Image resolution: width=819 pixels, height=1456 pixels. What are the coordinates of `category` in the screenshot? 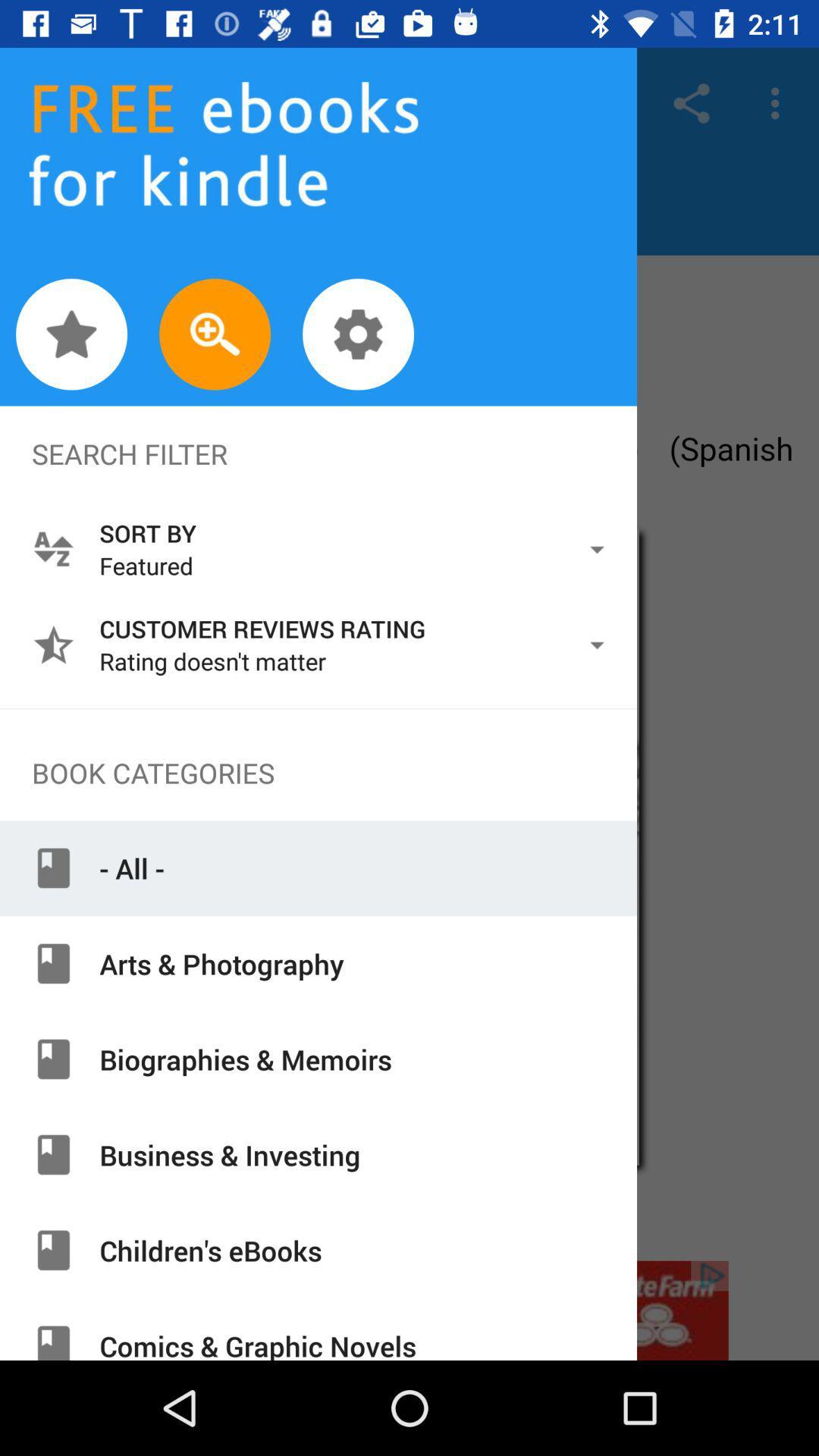 It's located at (409, 1310).